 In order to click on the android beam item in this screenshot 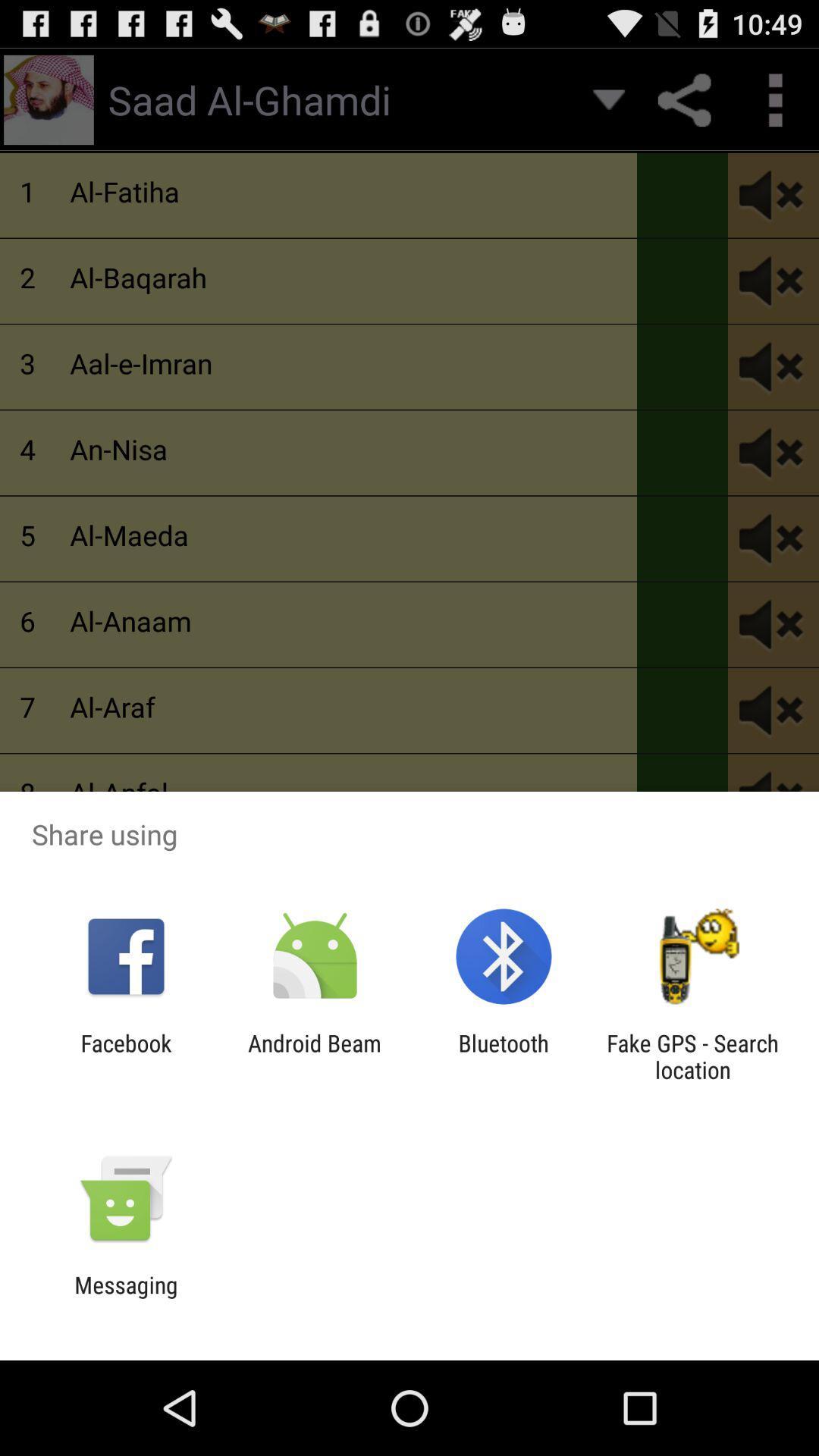, I will do `click(314, 1056)`.